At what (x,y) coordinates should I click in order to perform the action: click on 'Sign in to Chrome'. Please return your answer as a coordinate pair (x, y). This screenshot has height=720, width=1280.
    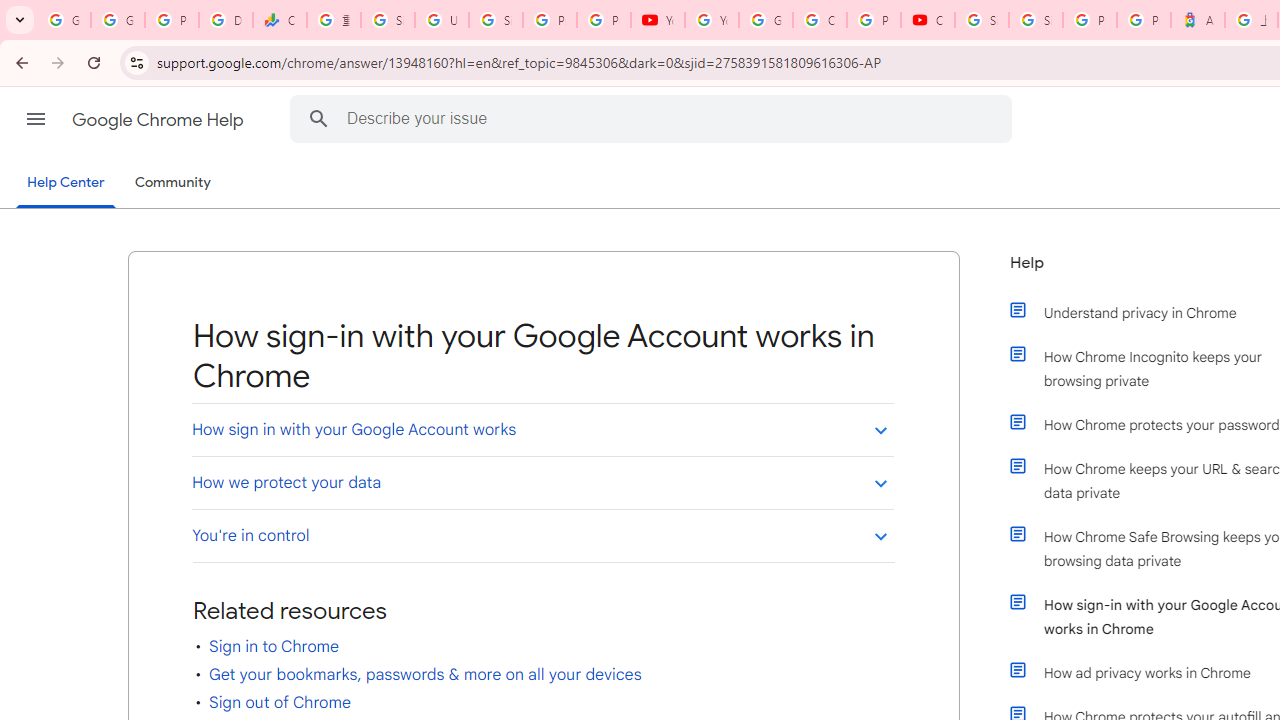
    Looking at the image, I should click on (273, 646).